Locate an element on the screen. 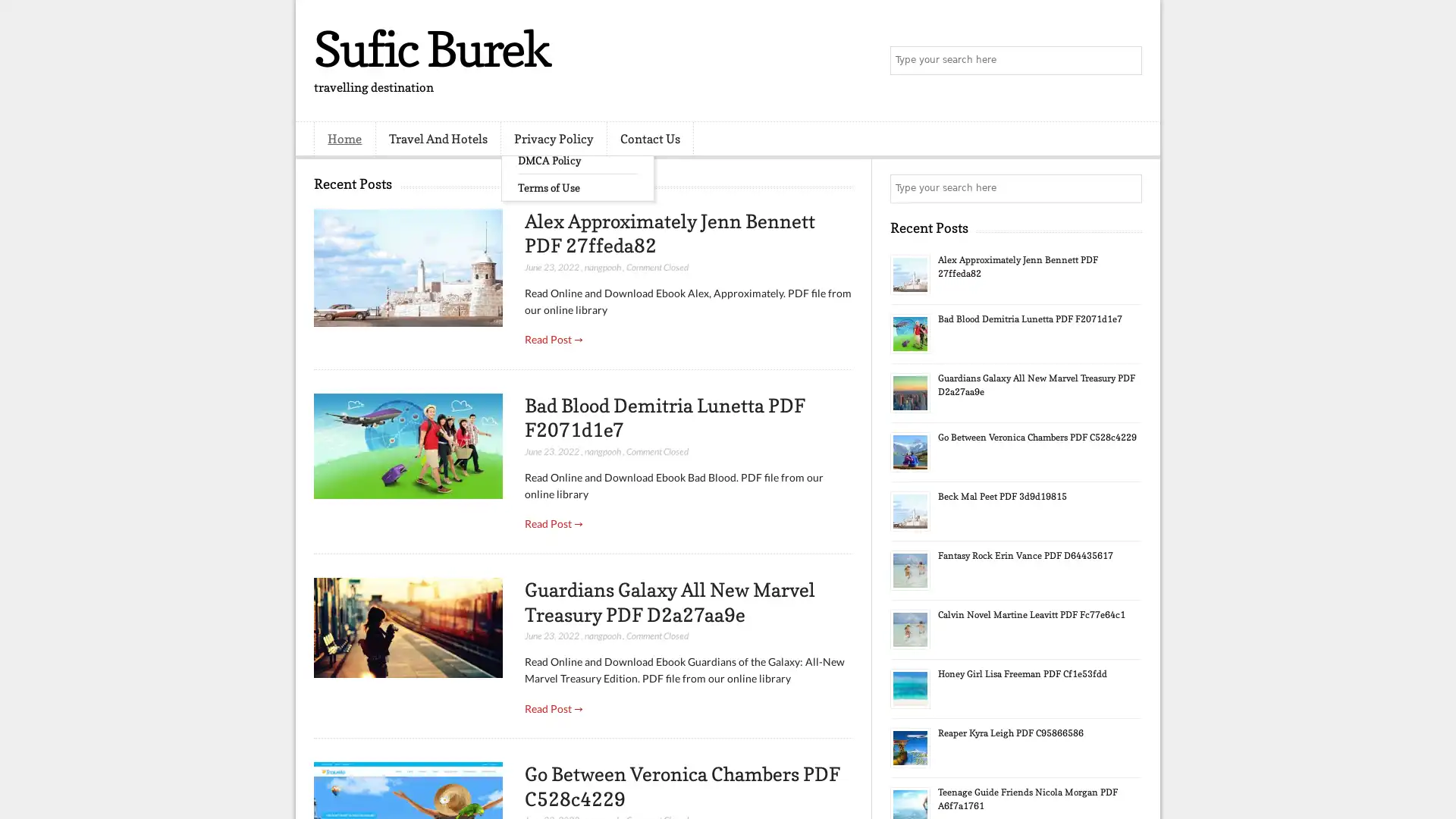 The width and height of the screenshot is (1456, 819). Search is located at coordinates (1126, 188).